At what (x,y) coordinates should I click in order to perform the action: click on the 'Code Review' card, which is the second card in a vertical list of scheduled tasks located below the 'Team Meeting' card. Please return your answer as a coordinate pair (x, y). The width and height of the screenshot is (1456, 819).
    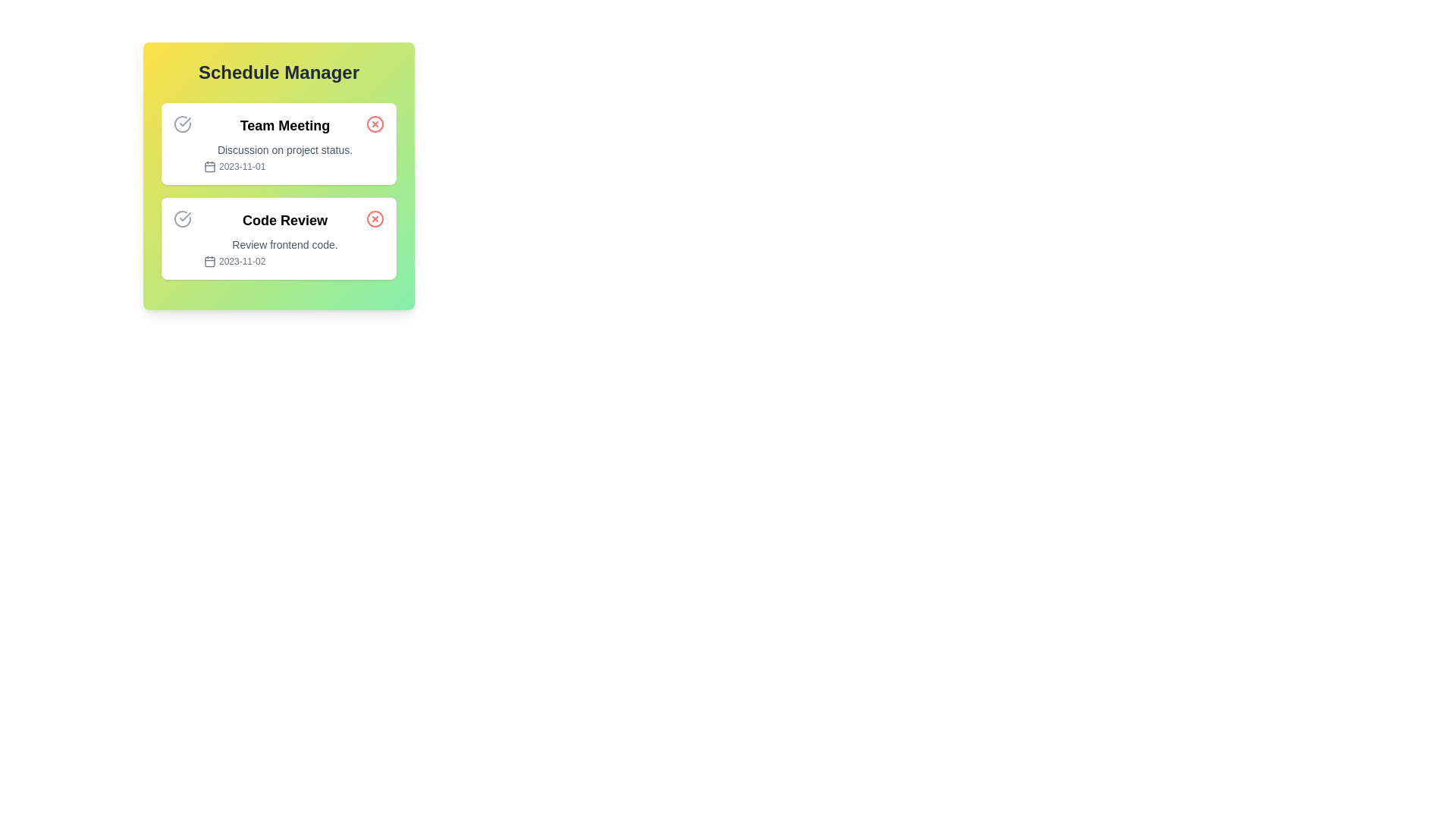
    Looking at the image, I should click on (279, 237).